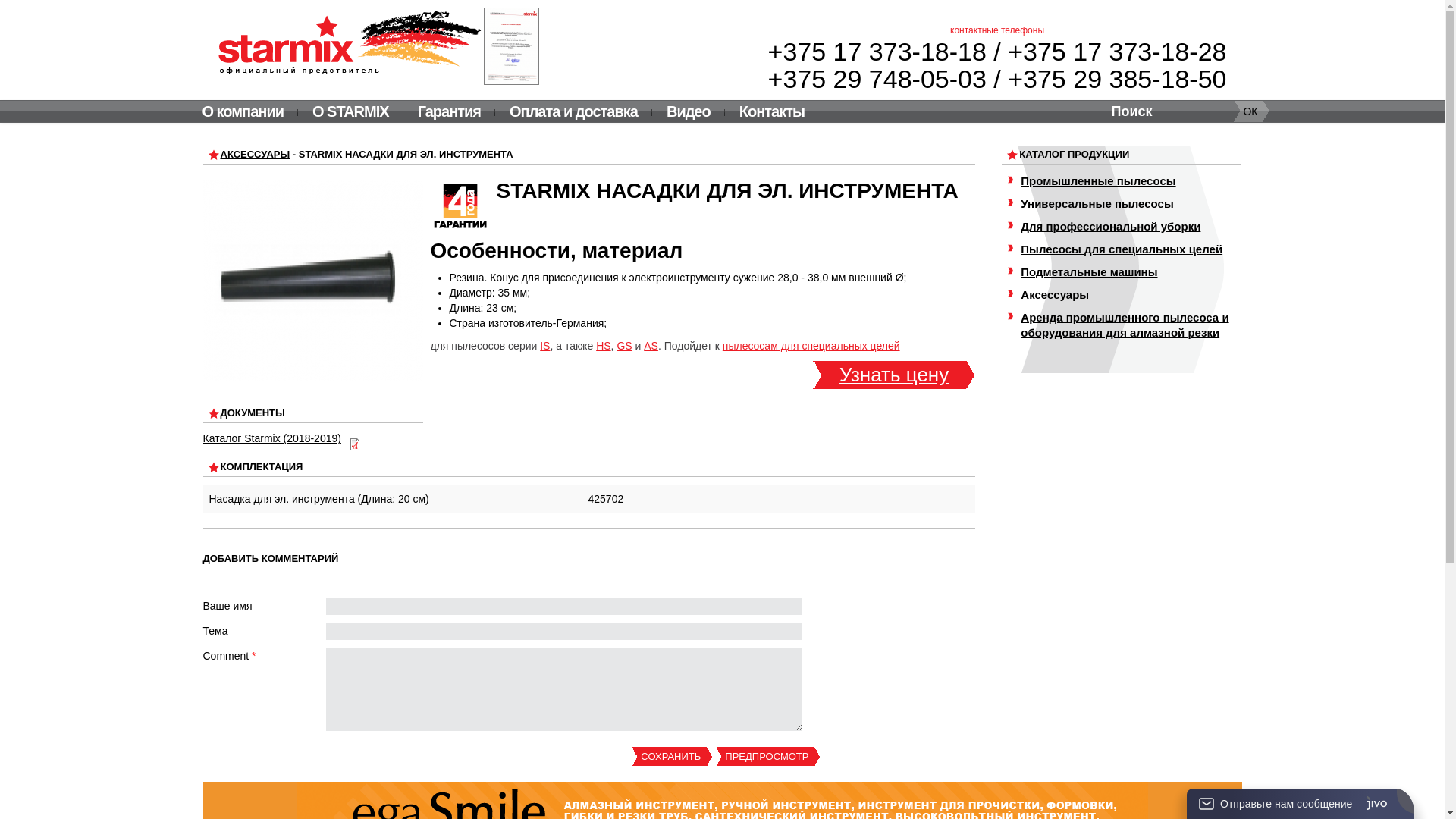 This screenshot has height=819, width=1456. I want to click on 'AS', so click(651, 345).